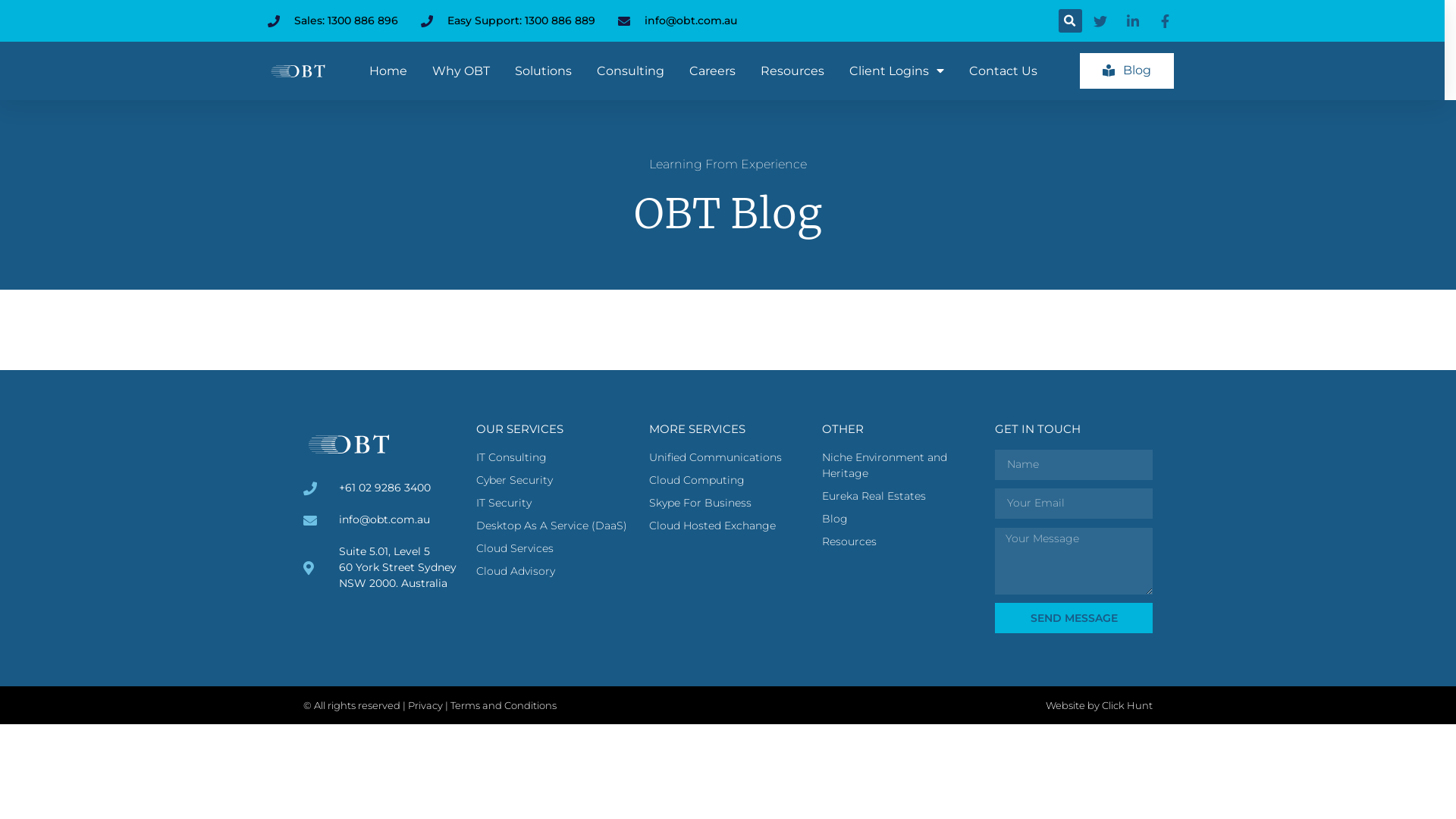 This screenshot has height=819, width=1456. Describe the element at coordinates (728, 457) in the screenshot. I see `'Unified Communications'` at that location.